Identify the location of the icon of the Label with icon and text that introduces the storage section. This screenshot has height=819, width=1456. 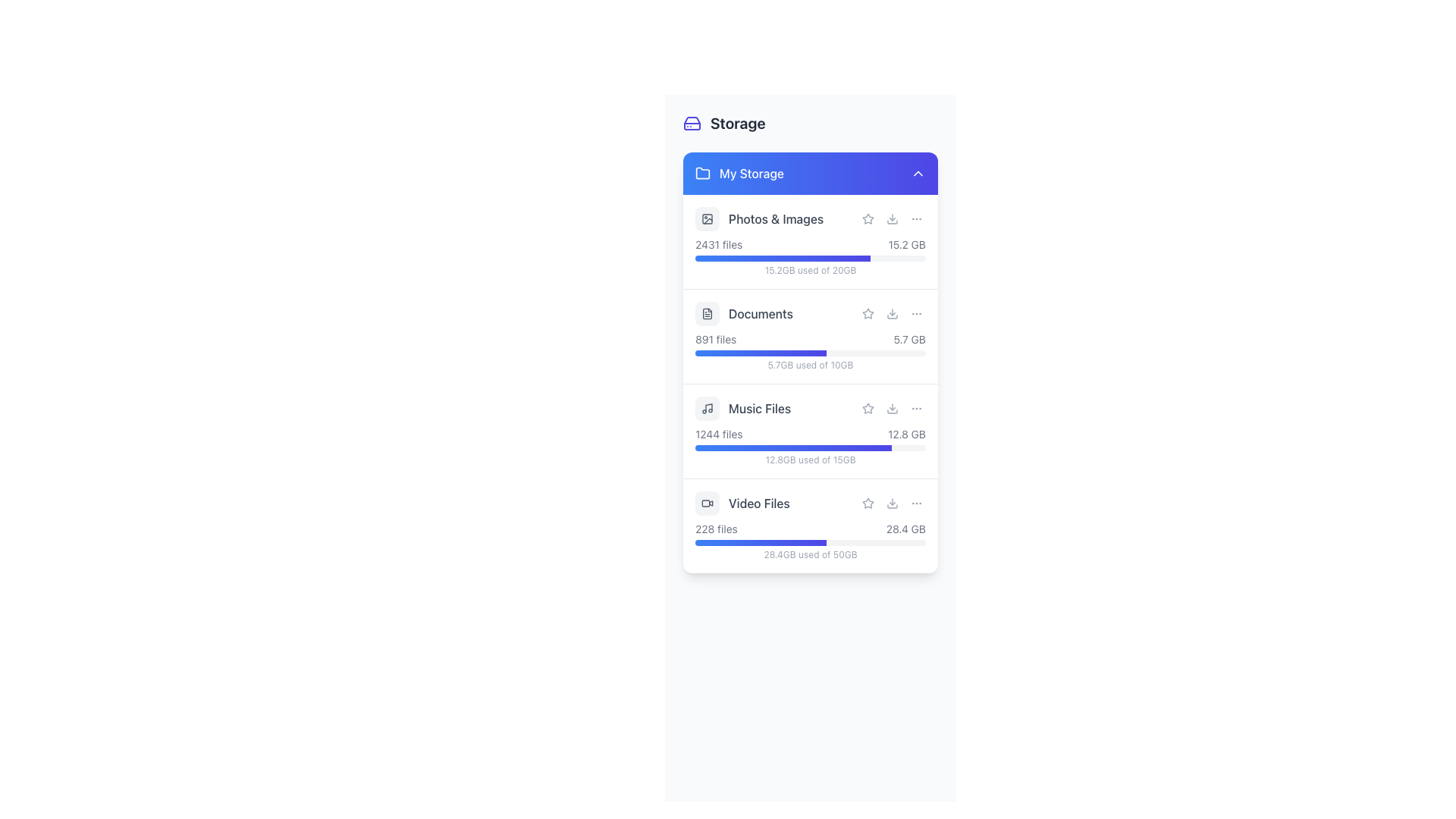
(723, 122).